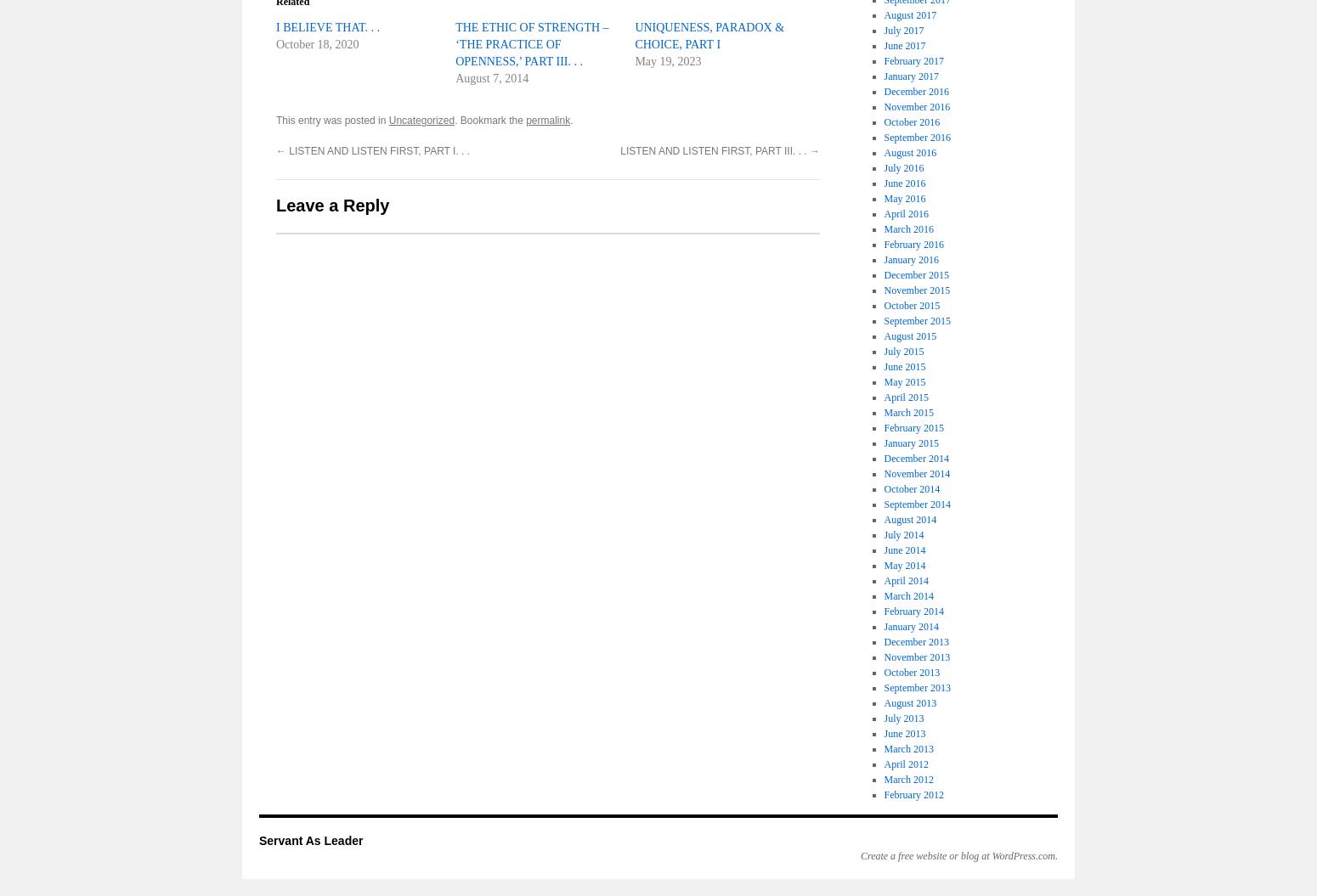 The height and width of the screenshot is (896, 1317). What do you see at coordinates (570, 121) in the screenshot?
I see `'.'` at bounding box center [570, 121].